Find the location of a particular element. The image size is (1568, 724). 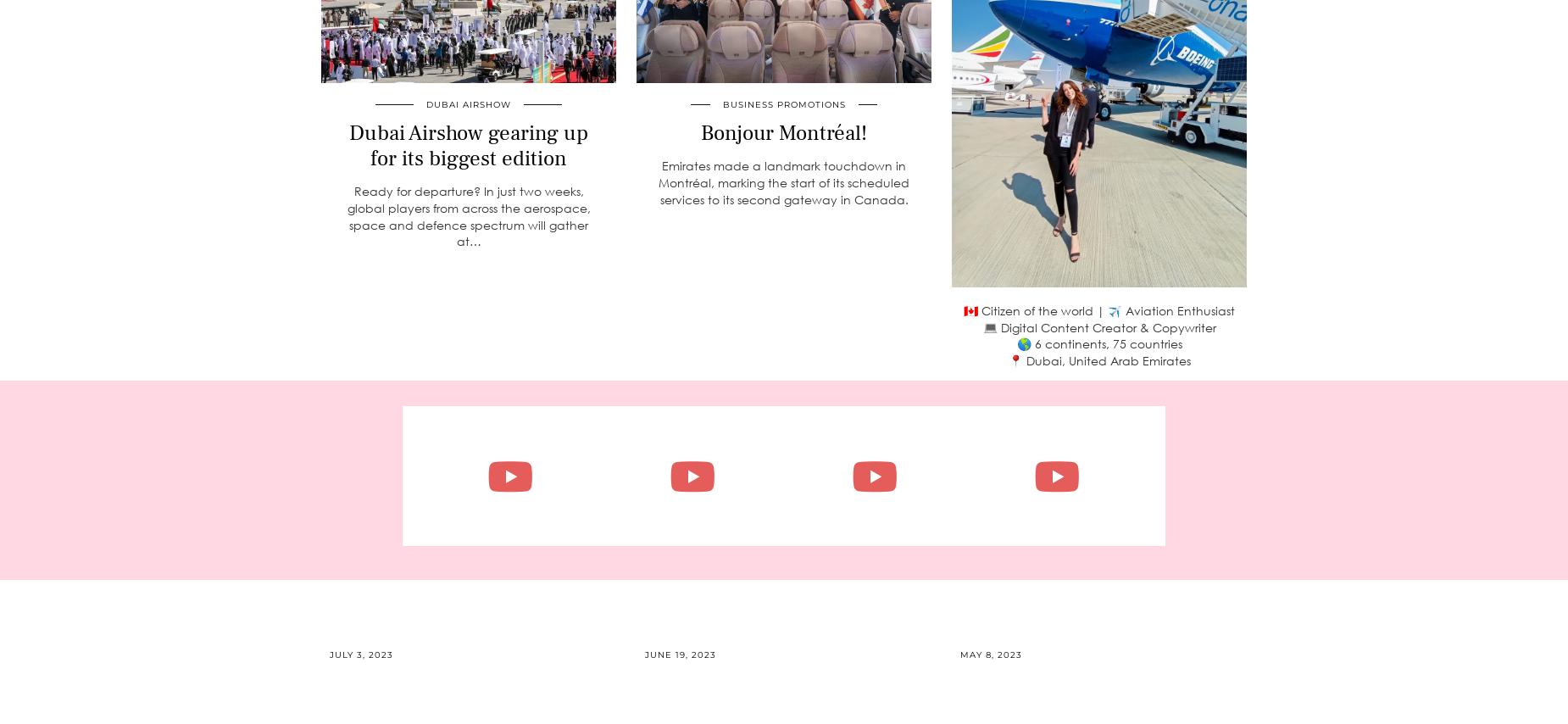

'May 8, 2023' is located at coordinates (959, 654).